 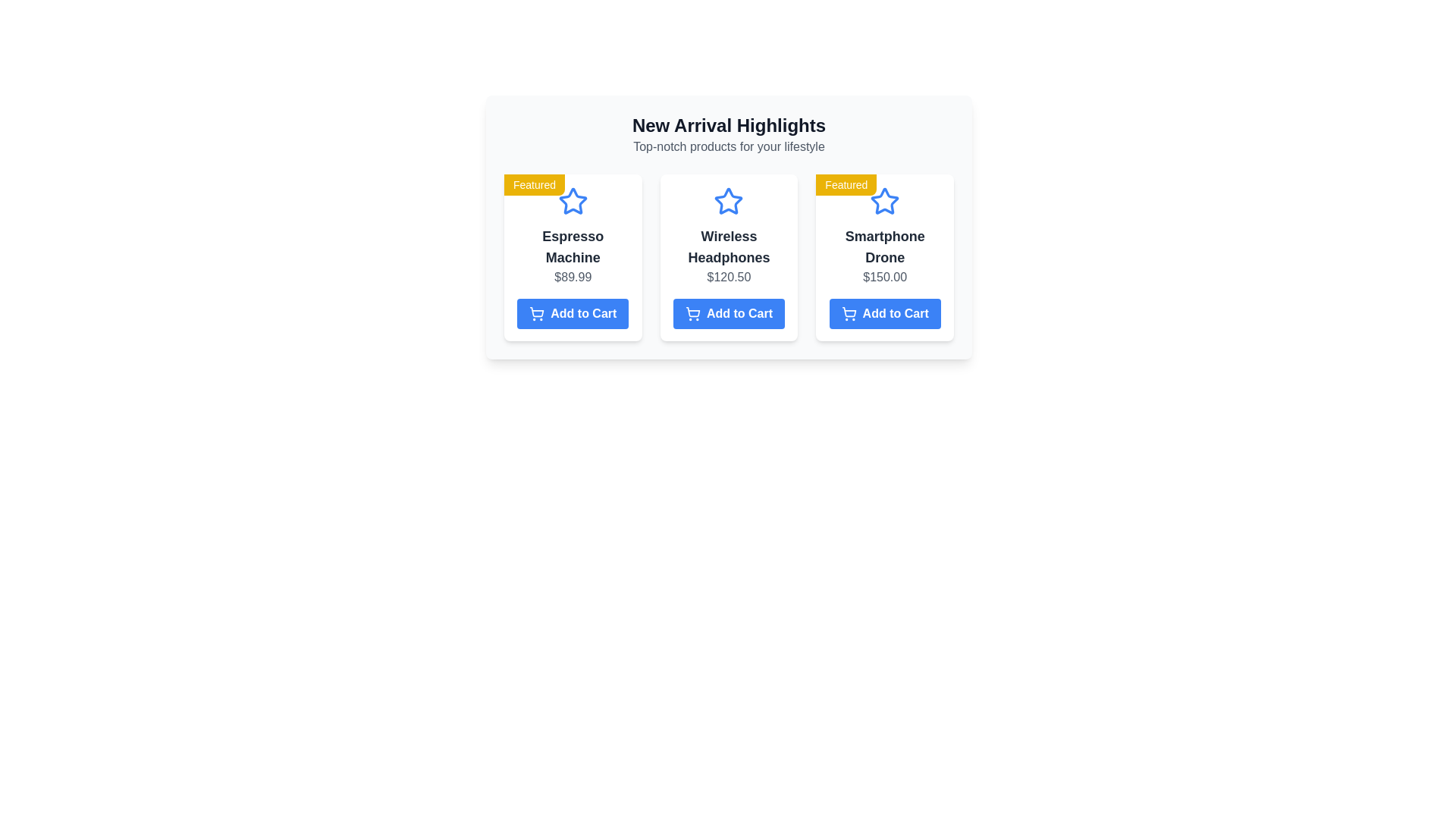 What do you see at coordinates (729, 146) in the screenshot?
I see `the static text that reads 'Top-notch products for your lifestyle', which is styled in gray and positioned below the 'New Arrival Highlights' heading` at bounding box center [729, 146].